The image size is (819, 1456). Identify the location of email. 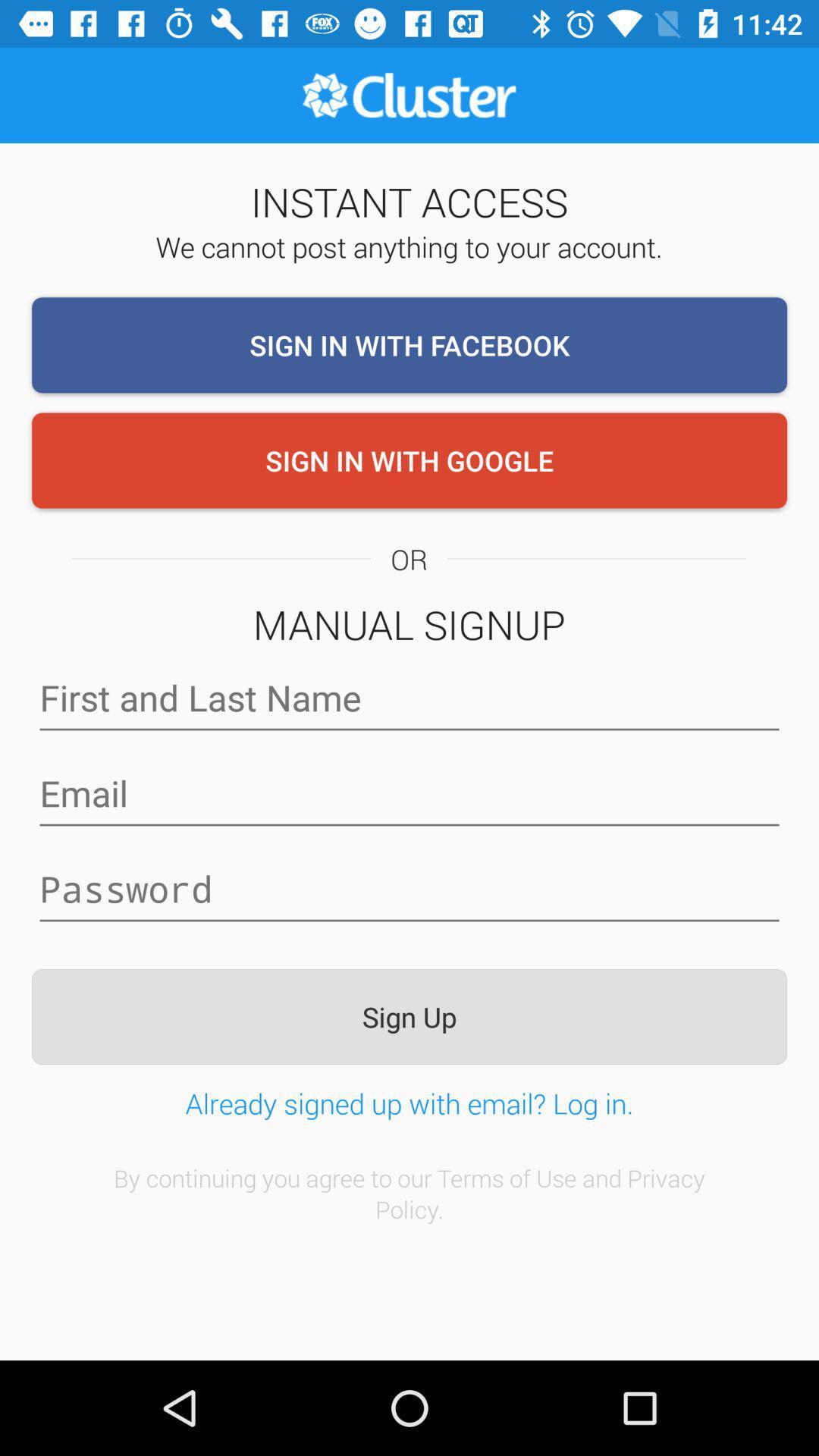
(409, 792).